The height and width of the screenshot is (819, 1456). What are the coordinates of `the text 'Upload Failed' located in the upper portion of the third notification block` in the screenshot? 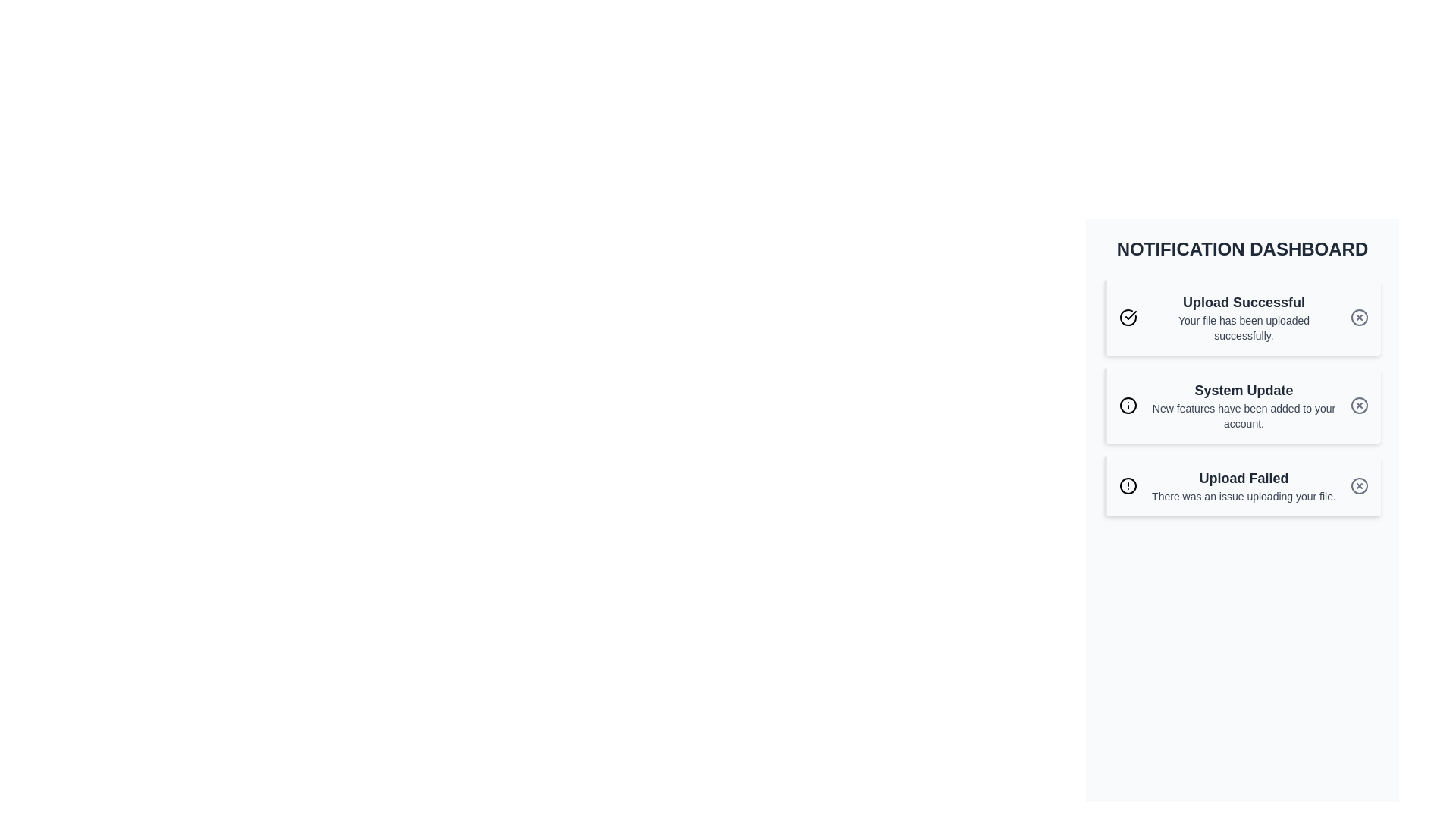 It's located at (1244, 479).